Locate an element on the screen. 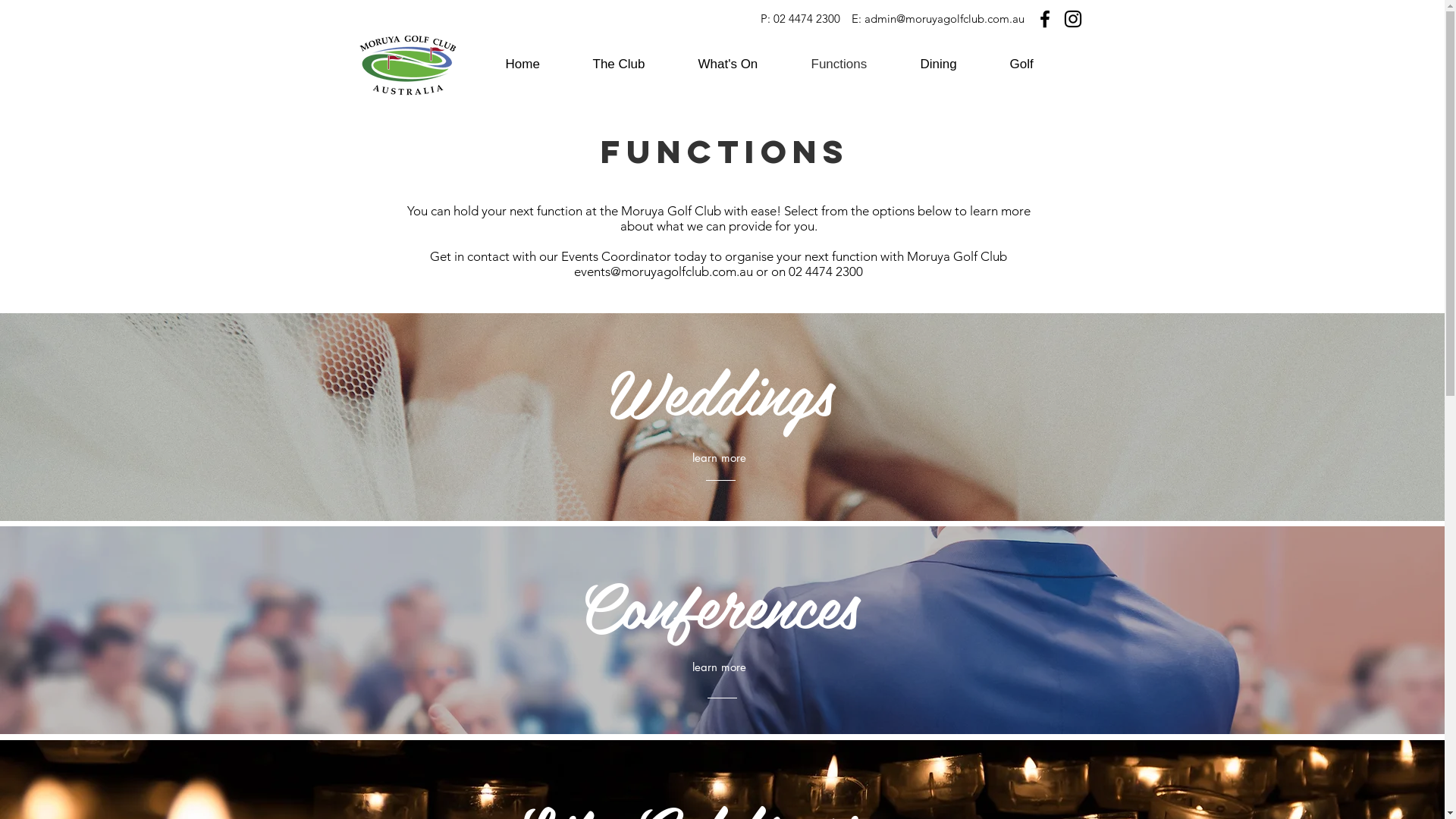  'Golf' is located at coordinates (997, 63).